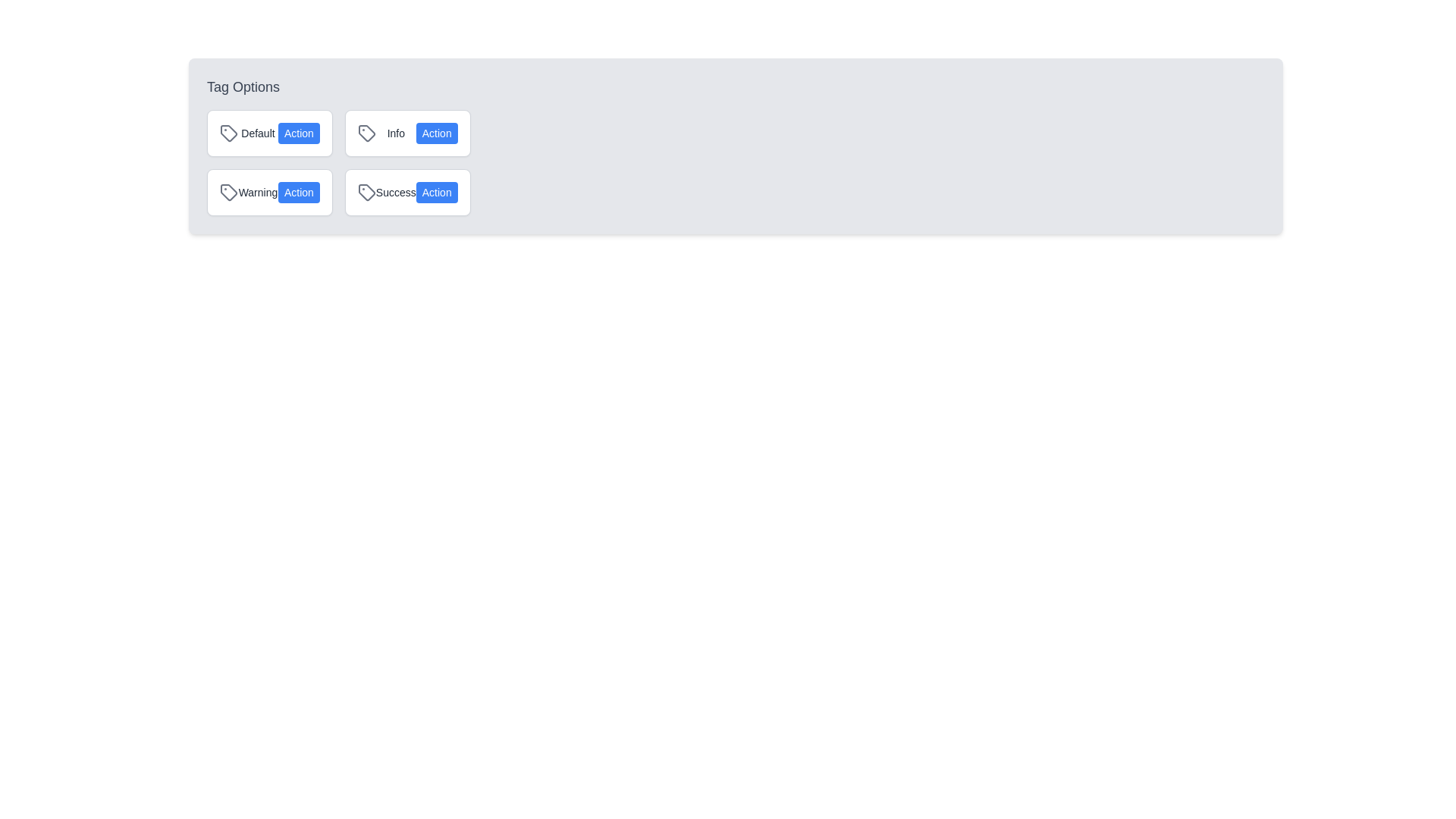  What do you see at coordinates (366, 192) in the screenshot?
I see `the tag icon located in the bottom-right corner of the 'Success' labeled UI component` at bounding box center [366, 192].